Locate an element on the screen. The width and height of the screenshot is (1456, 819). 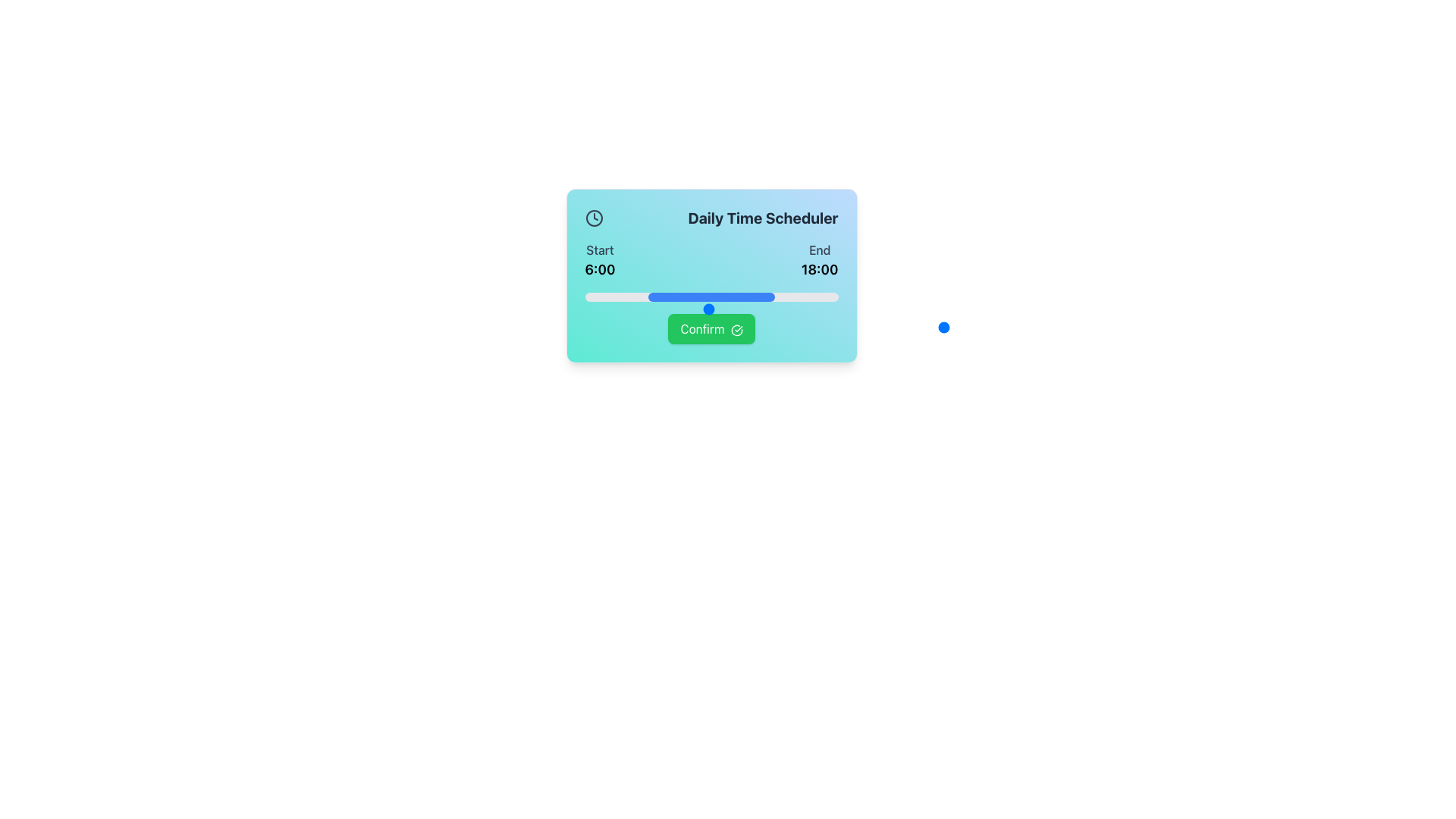
the Title Header with the accompanying clock icon and 'Daily Time Scheduler' text for reading is located at coordinates (711, 218).